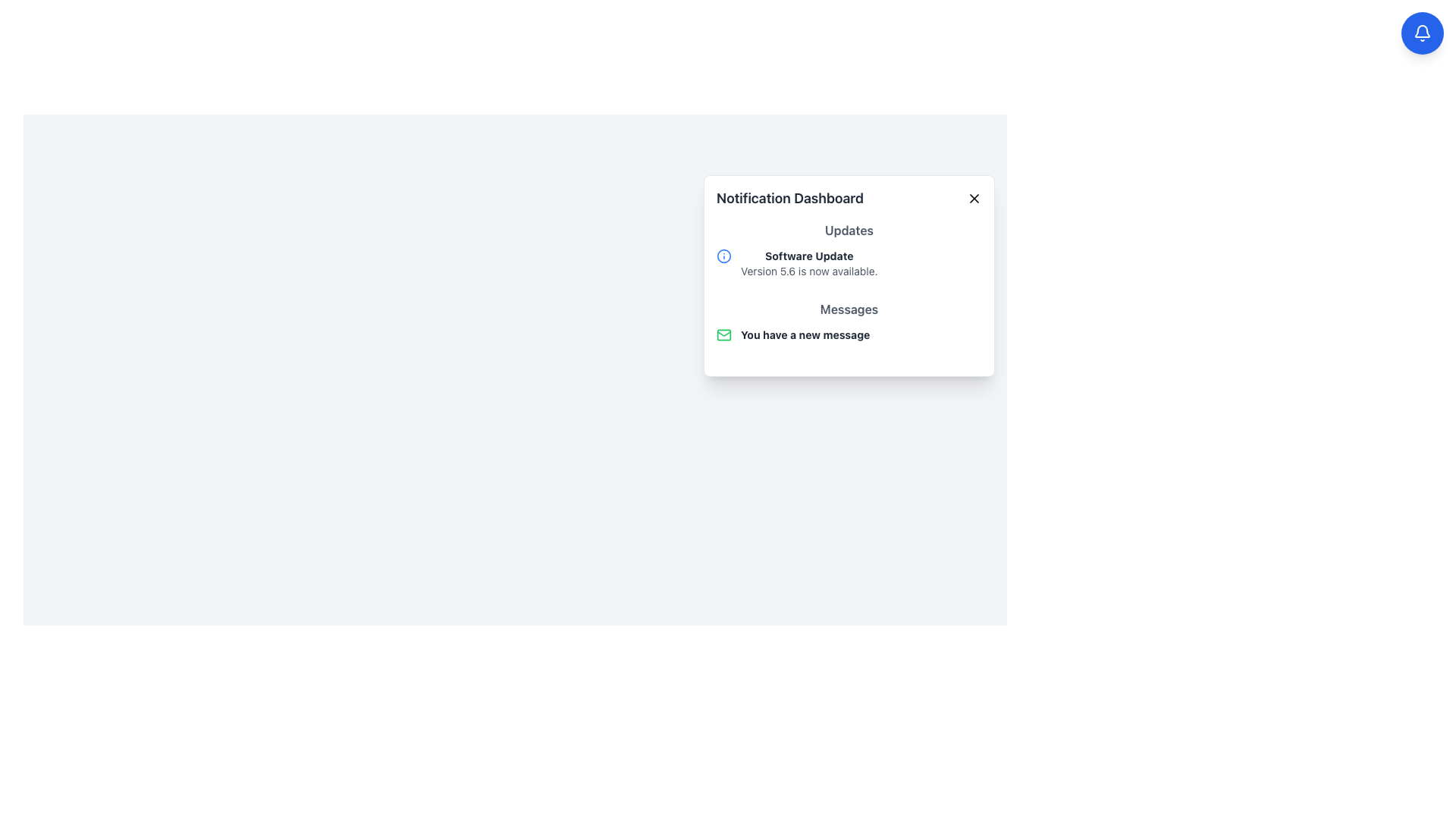  Describe the element at coordinates (848, 198) in the screenshot. I see `text from the 'Notification Dashboard' label, which is prominently displayed at the top of the notification menu` at that location.